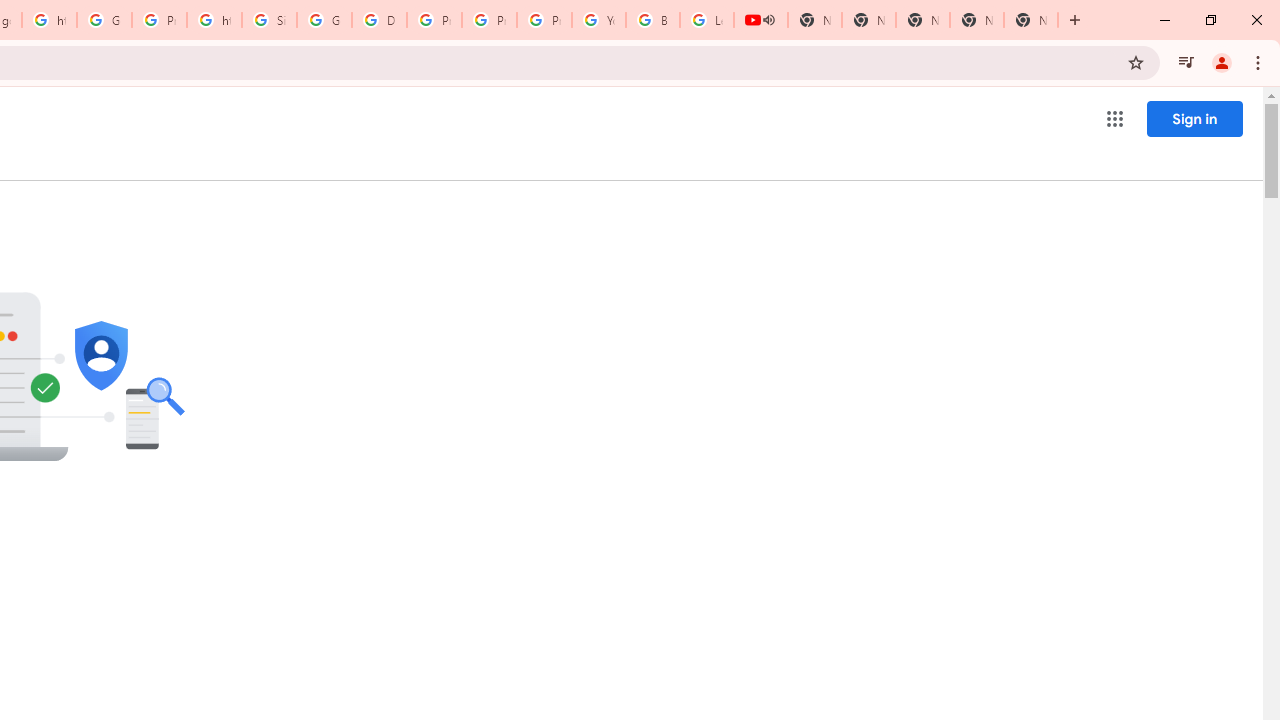  Describe the element at coordinates (489, 20) in the screenshot. I see `'Privacy Help Center - Policies Help'` at that location.